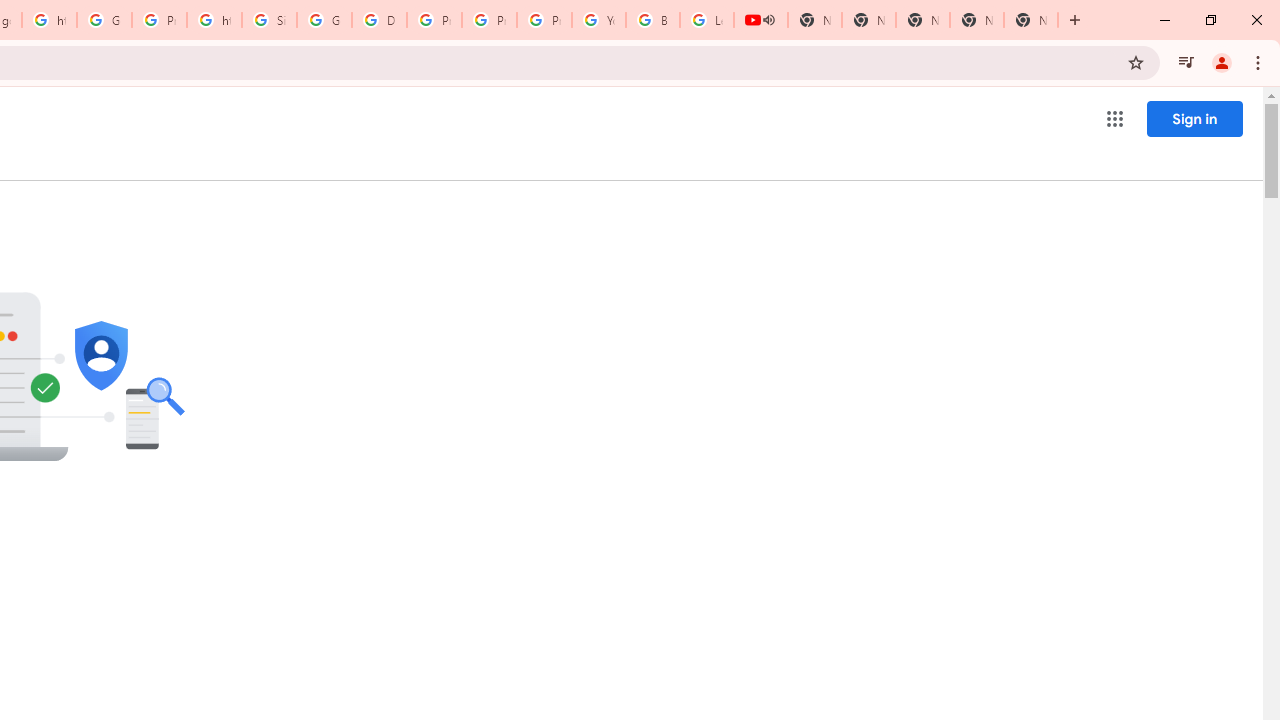  Describe the element at coordinates (489, 20) in the screenshot. I see `'Privacy Help Center - Policies Help'` at that location.